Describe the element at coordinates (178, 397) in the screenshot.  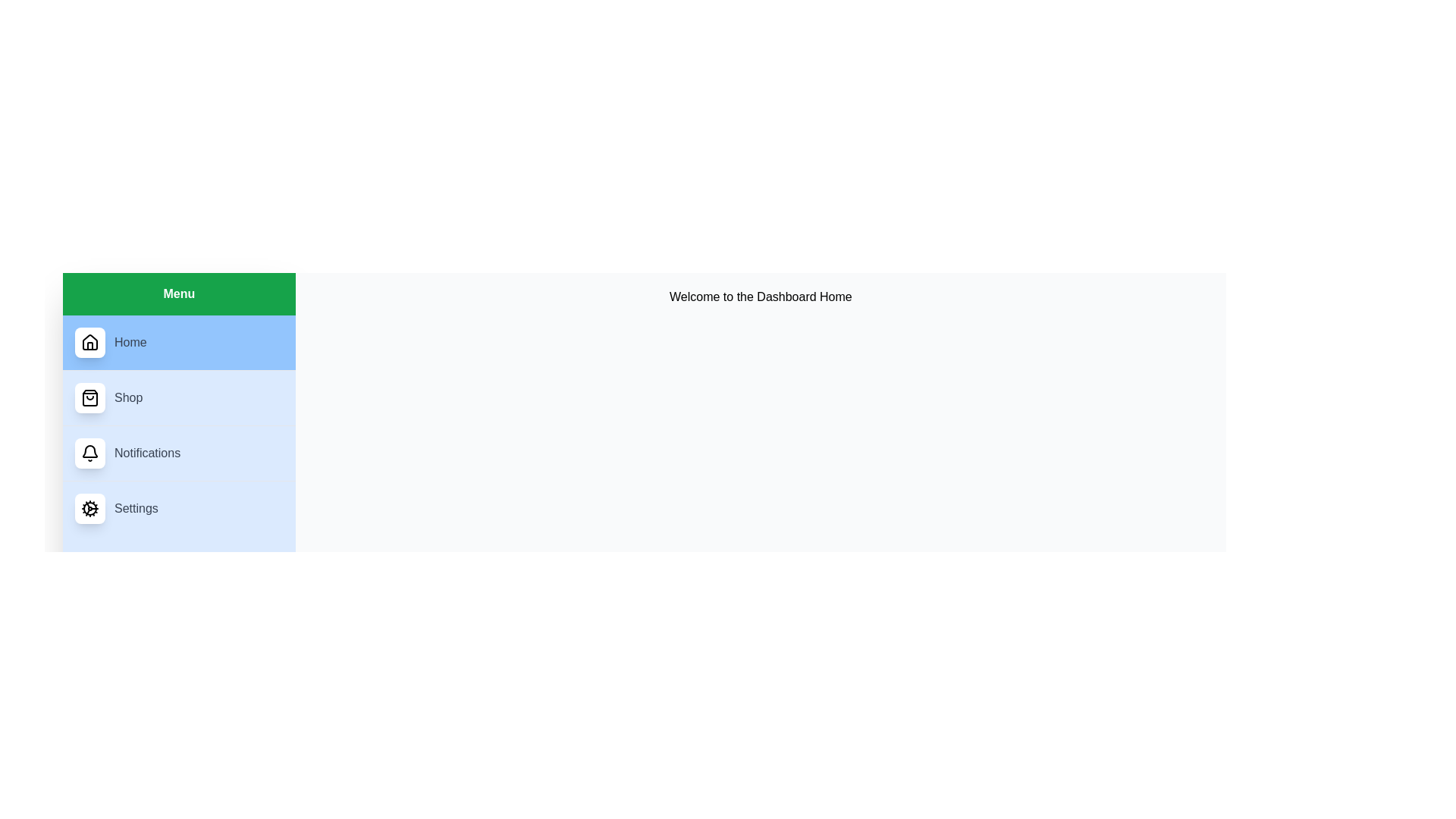
I see `the menu item Shop to observe its hover effect` at that location.